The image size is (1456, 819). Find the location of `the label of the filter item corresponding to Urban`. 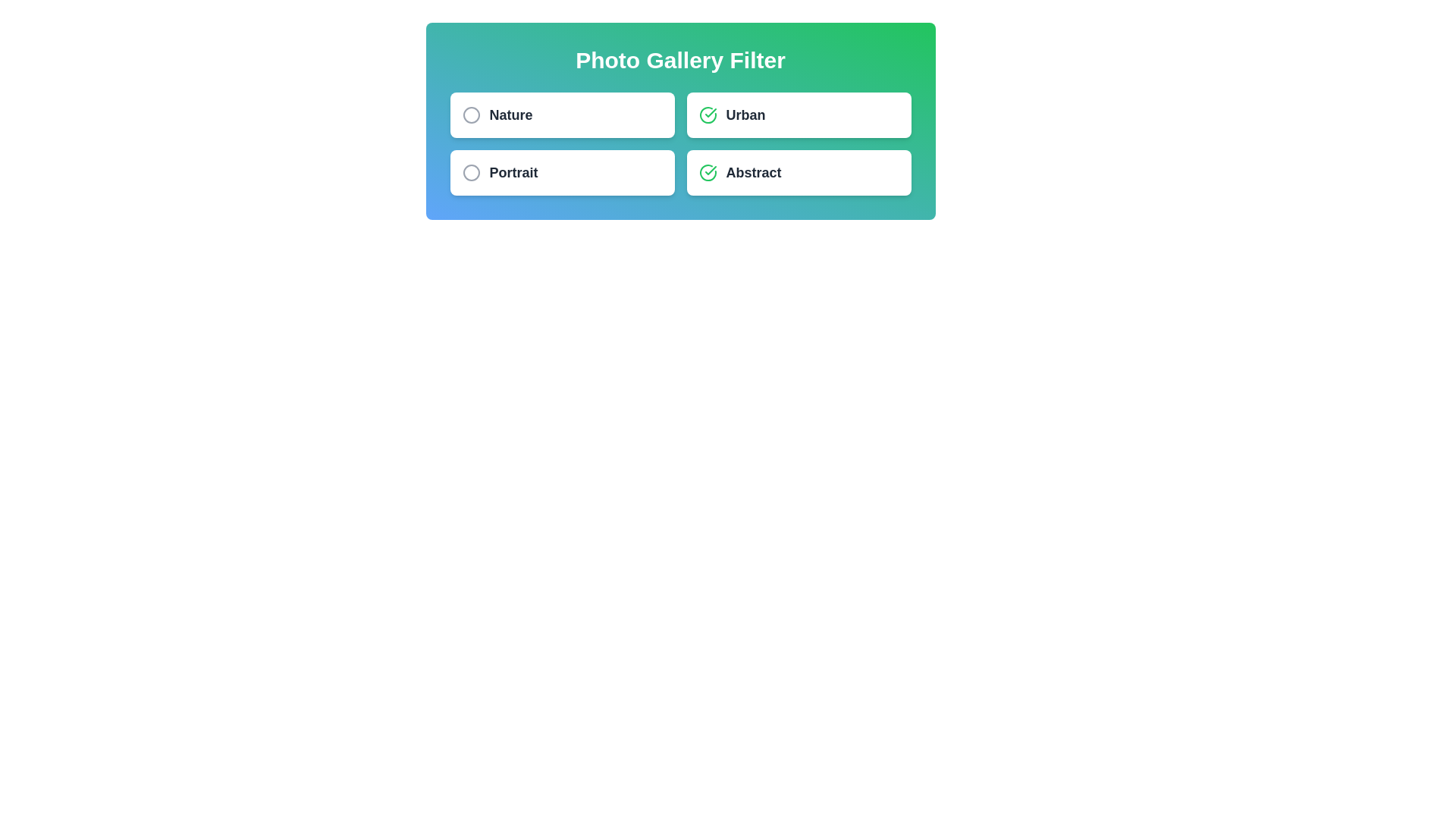

the label of the filter item corresponding to Urban is located at coordinates (745, 114).